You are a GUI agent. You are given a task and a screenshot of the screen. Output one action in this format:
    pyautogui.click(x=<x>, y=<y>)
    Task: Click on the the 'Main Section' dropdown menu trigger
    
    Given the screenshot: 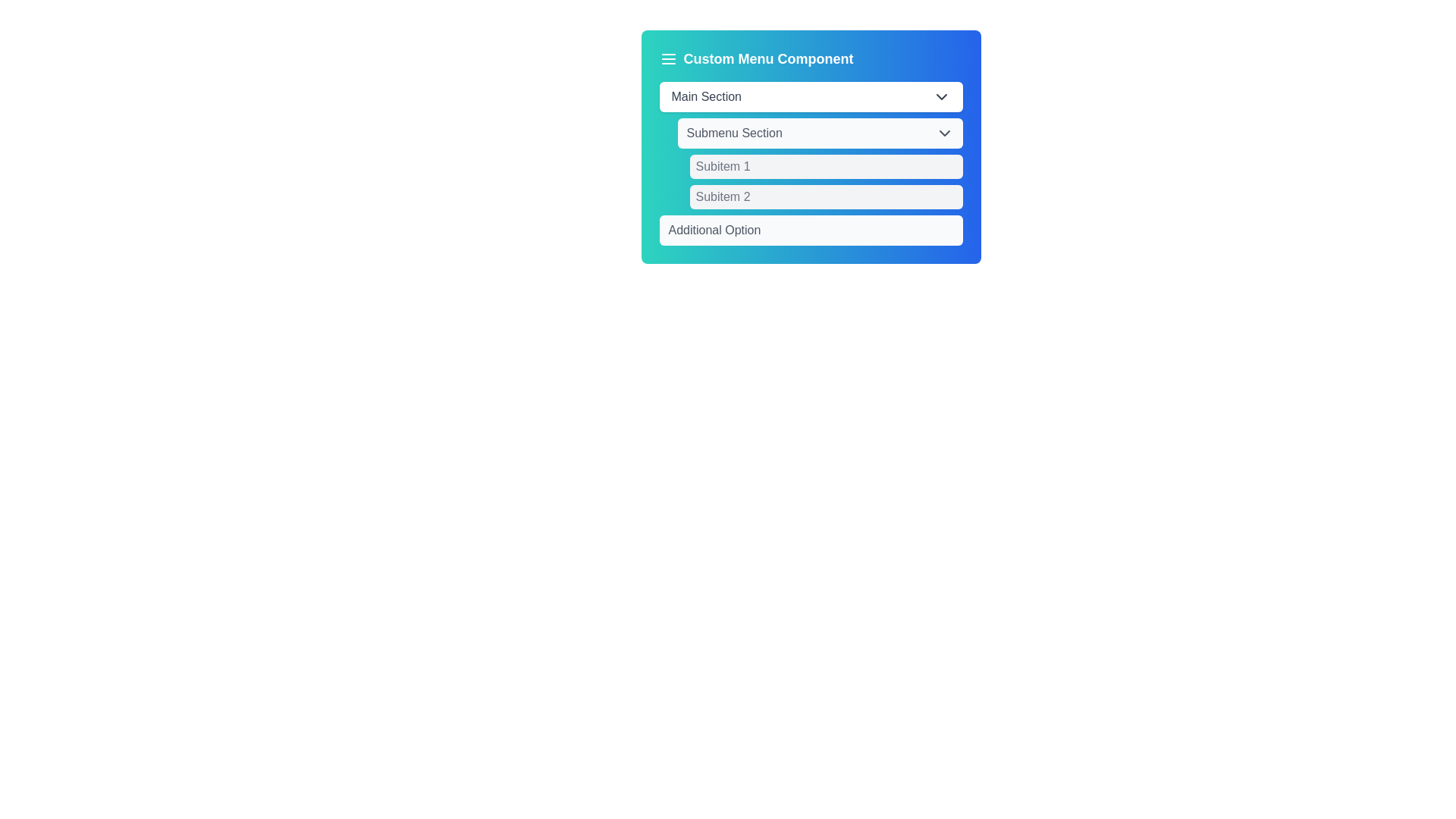 What is the action you would take?
    pyautogui.click(x=810, y=96)
    